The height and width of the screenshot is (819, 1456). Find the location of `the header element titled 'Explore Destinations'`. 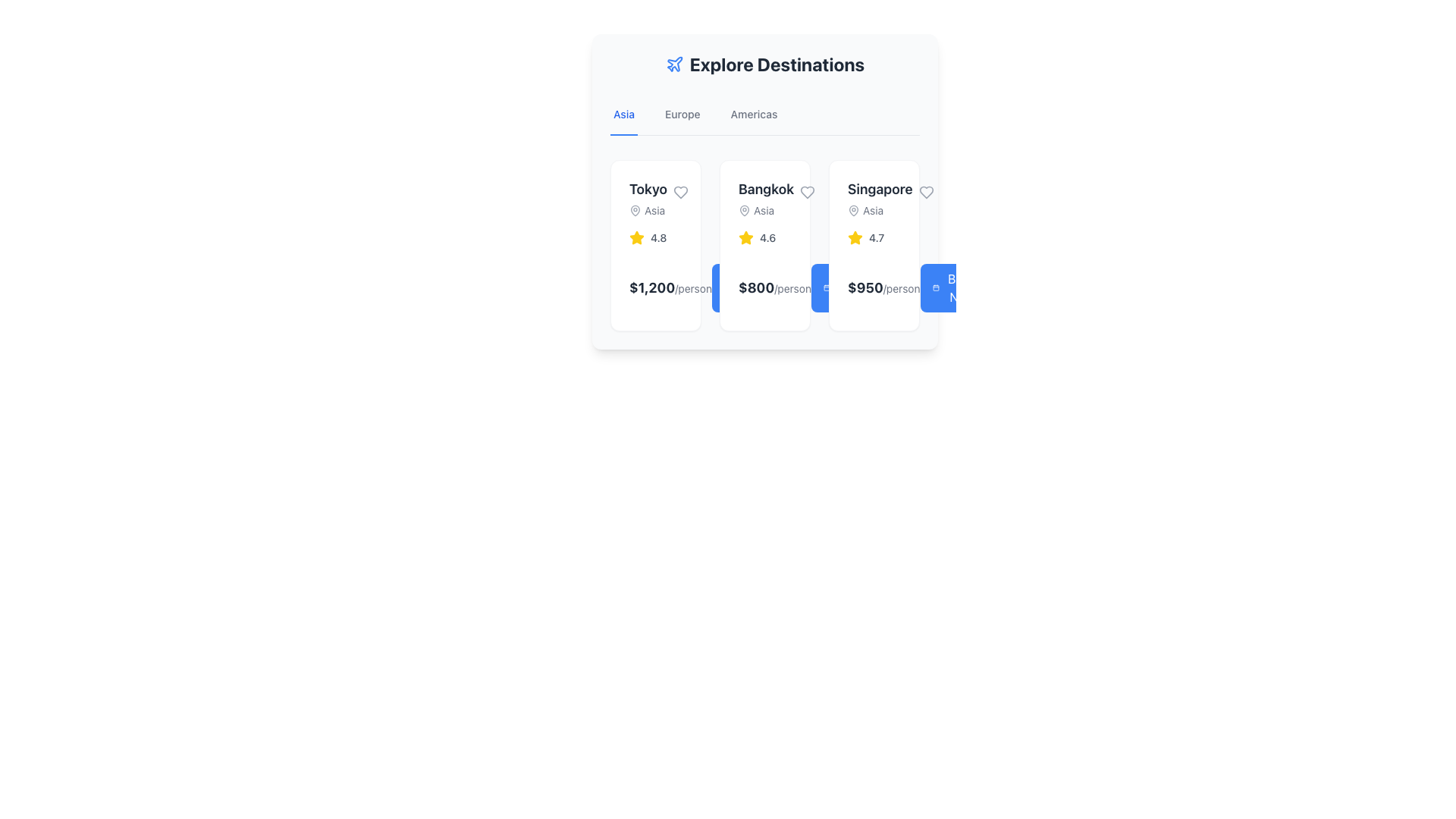

the header element titled 'Explore Destinations' is located at coordinates (764, 63).